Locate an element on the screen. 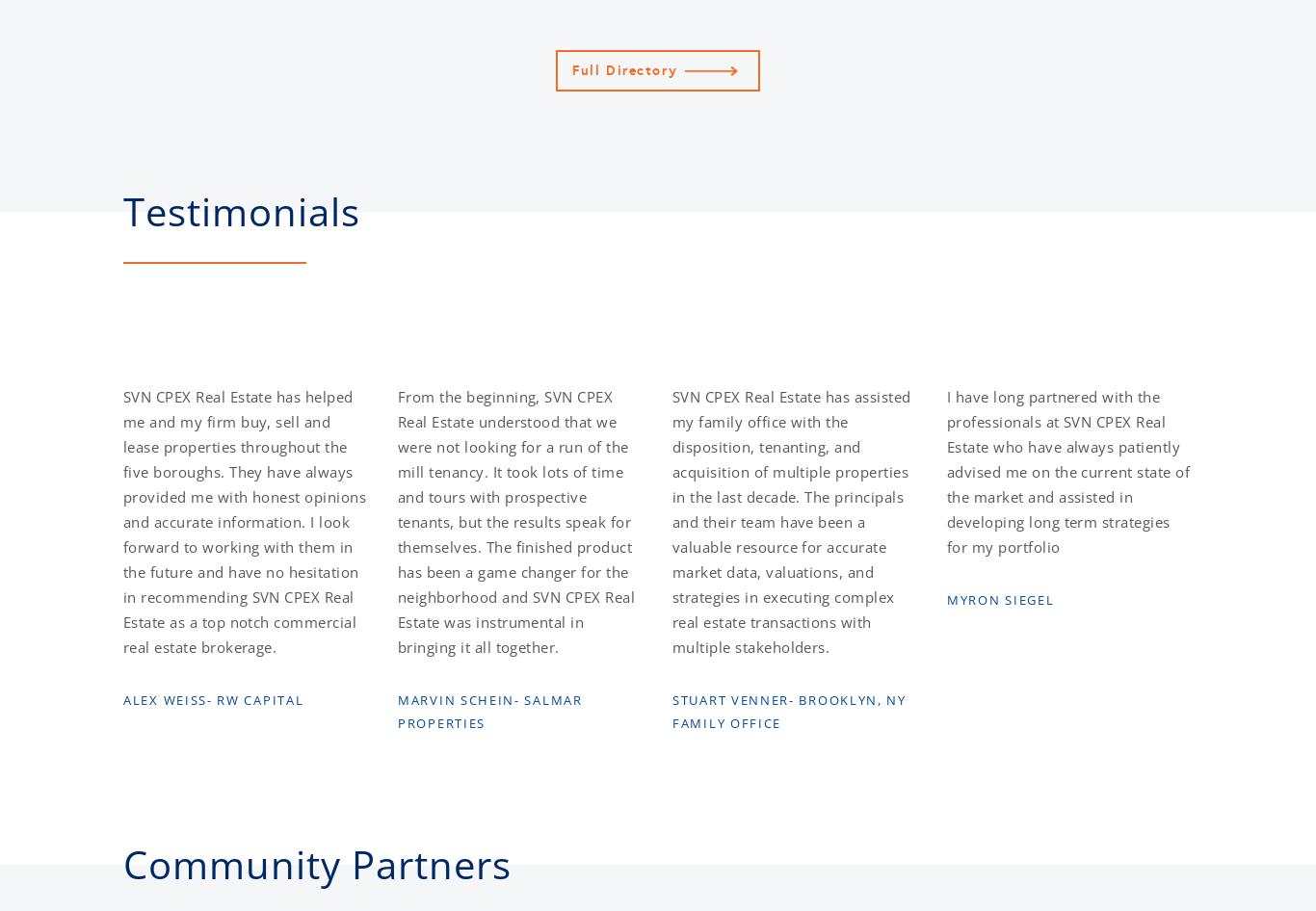  'Testimonials' is located at coordinates (241, 211).